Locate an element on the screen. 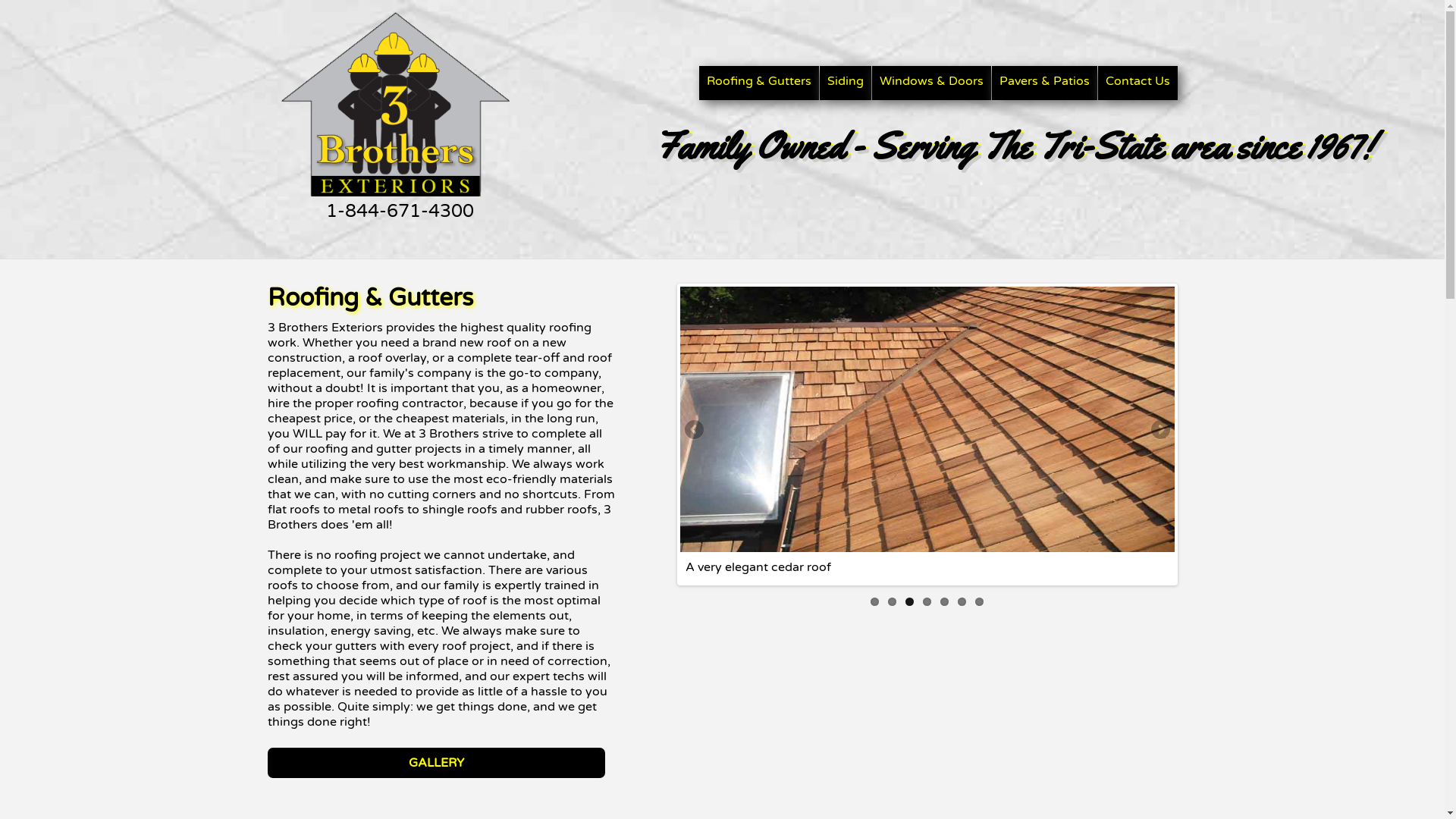 This screenshot has height=819, width=1456. 'Siding' is located at coordinates (843, 83).